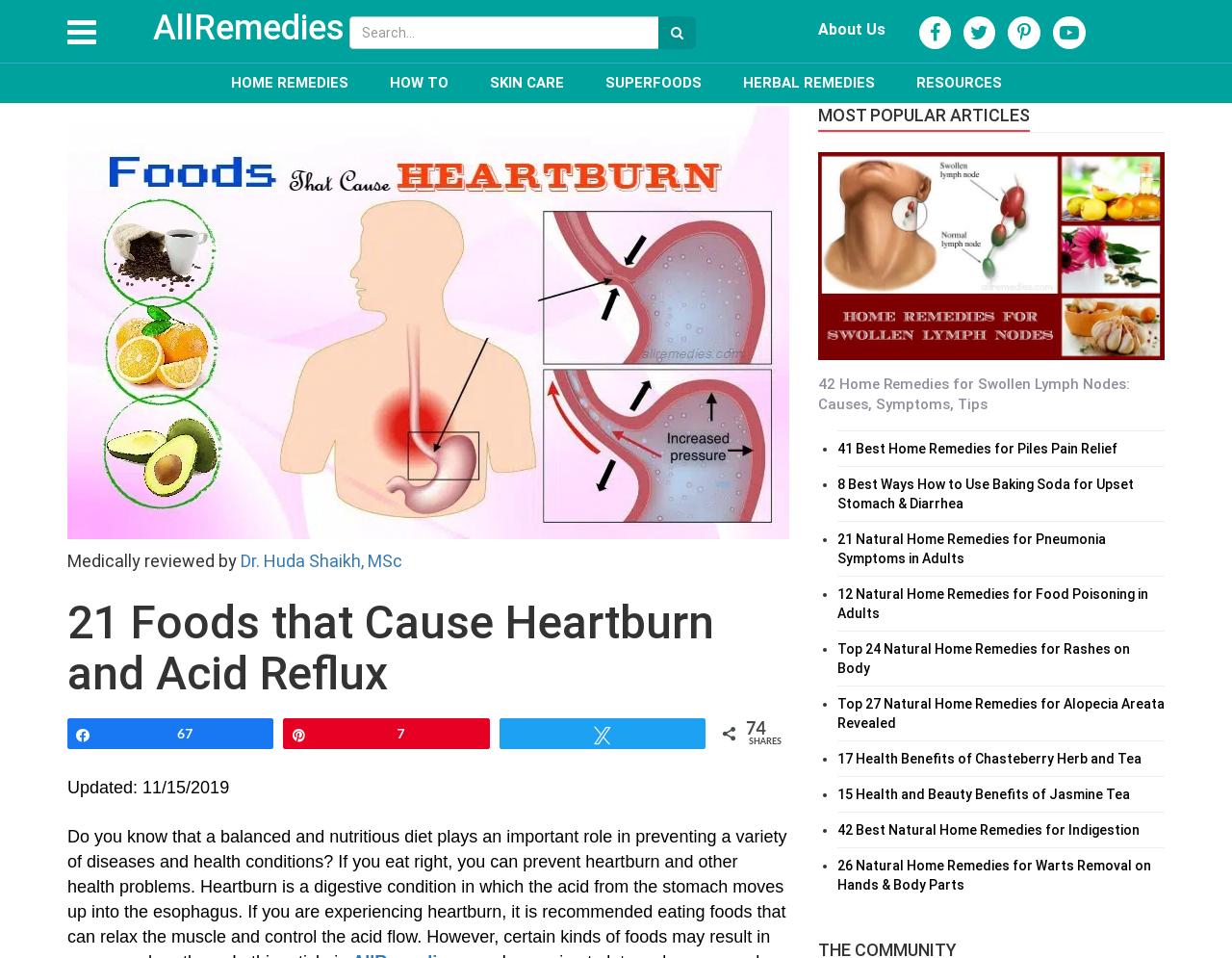 Image resolution: width=1232 pixels, height=958 pixels. Describe the element at coordinates (396, 733) in the screenshot. I see `'7'` at that location.